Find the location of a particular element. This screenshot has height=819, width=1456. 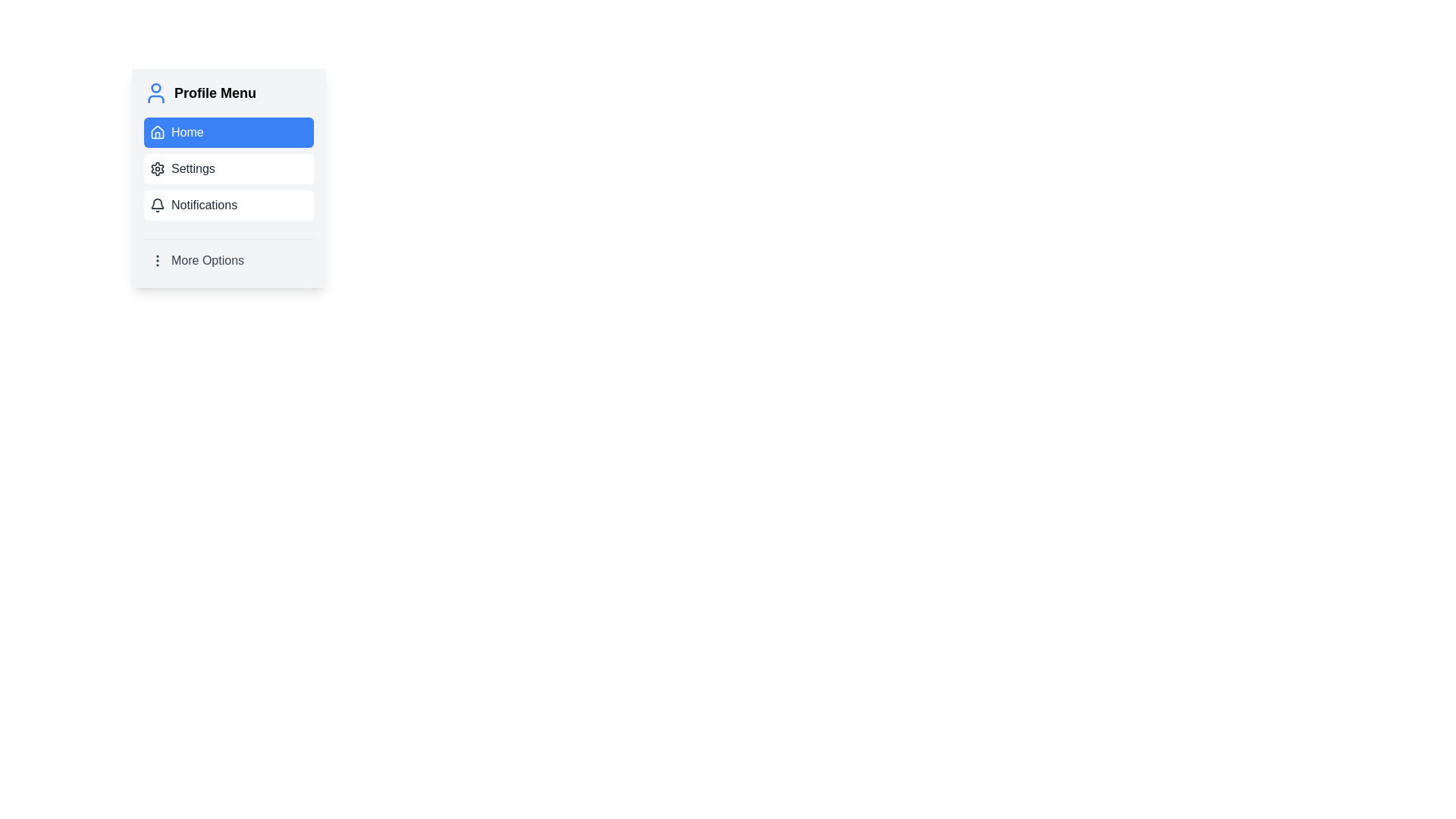

the 'More Options' button located at the bottom of the 'Profile Menu', directly below the 'Notifications' option is located at coordinates (228, 256).